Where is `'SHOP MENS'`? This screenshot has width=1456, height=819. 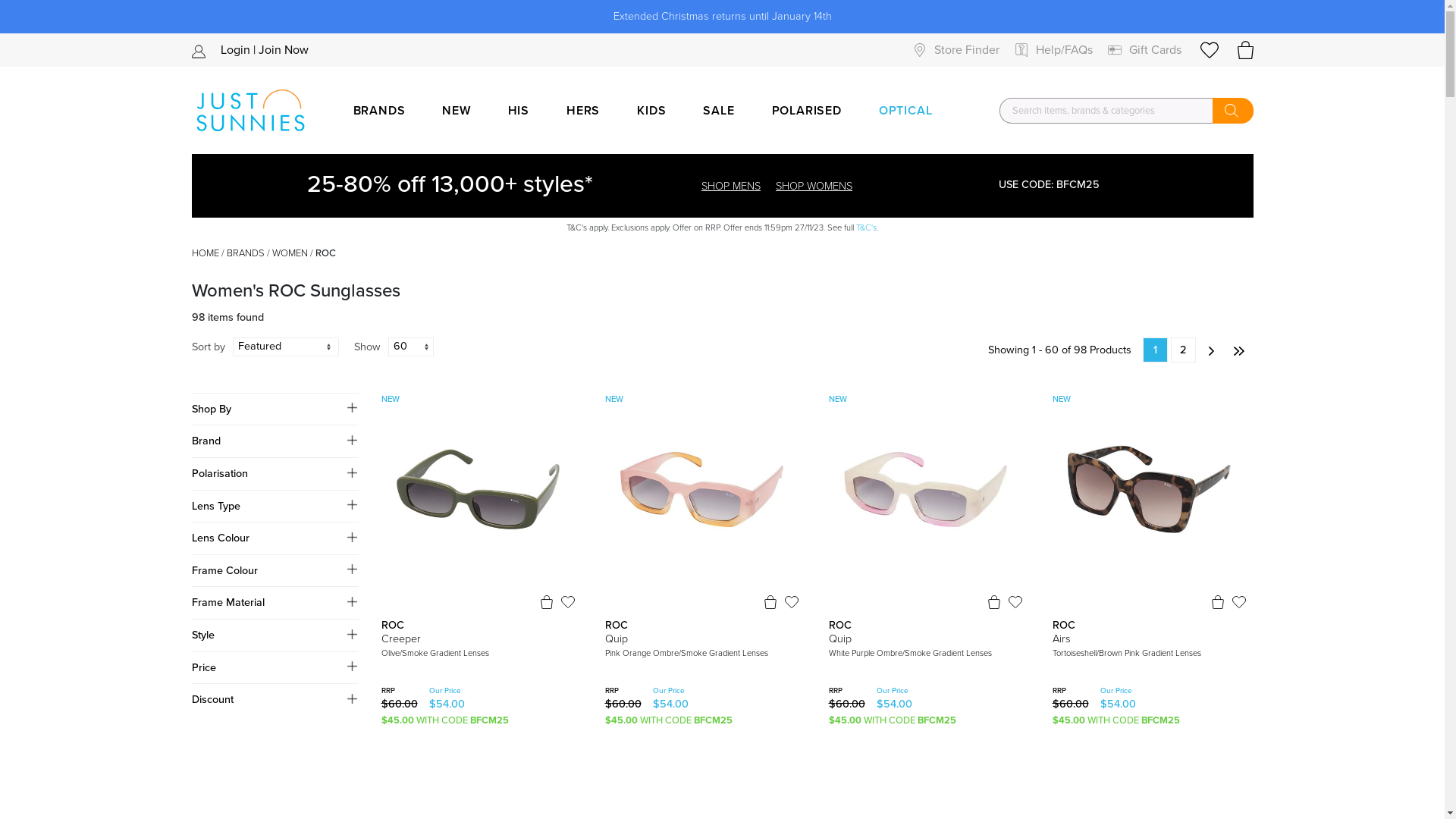 'SHOP MENS' is located at coordinates (701, 185).